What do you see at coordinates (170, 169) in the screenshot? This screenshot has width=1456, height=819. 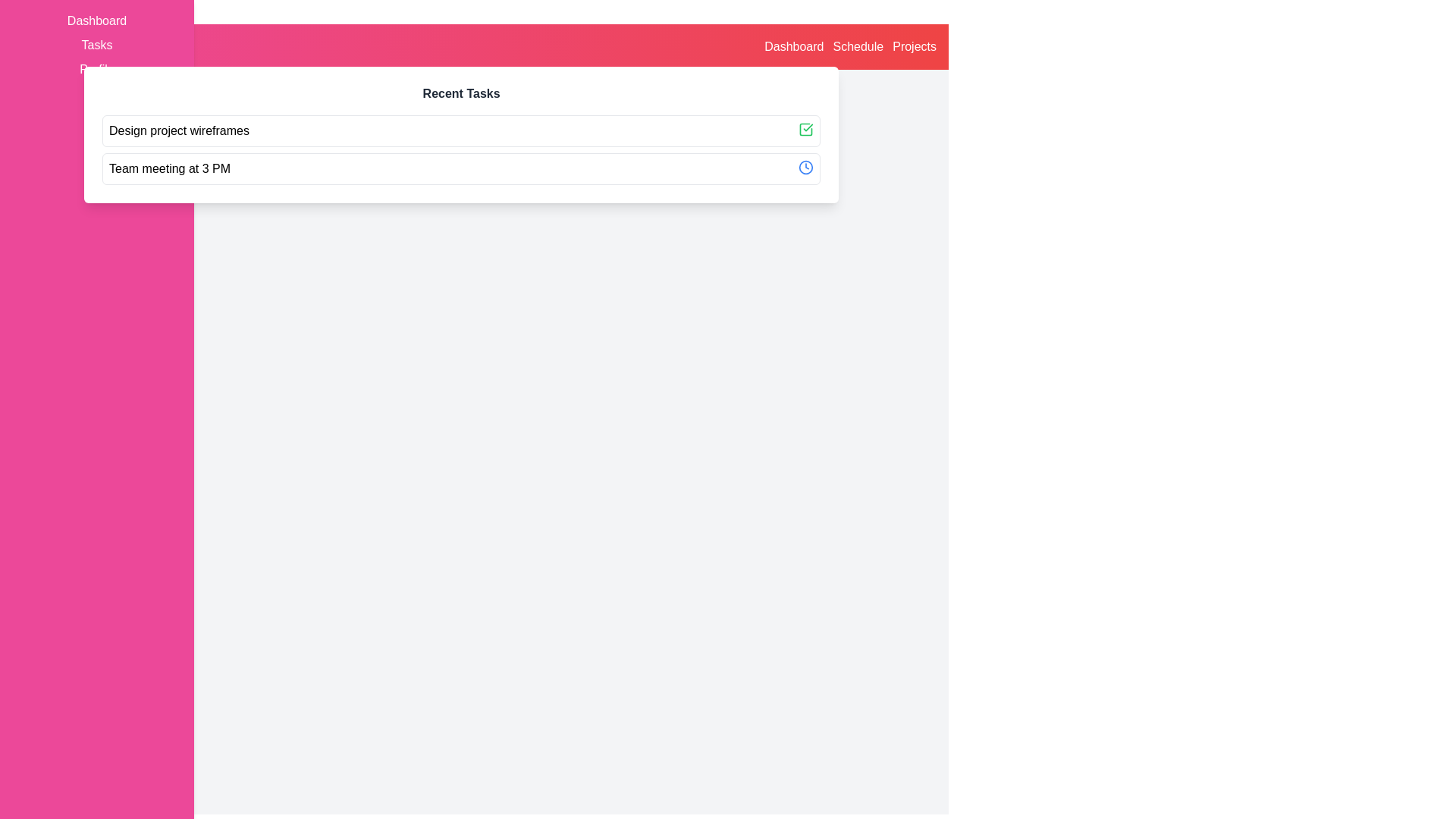 I see `the static text element displaying 'Team meeting at 3 PM', which is styled in black text on a white background and is located in the second row under the 'Recent Tasks' section` at bounding box center [170, 169].